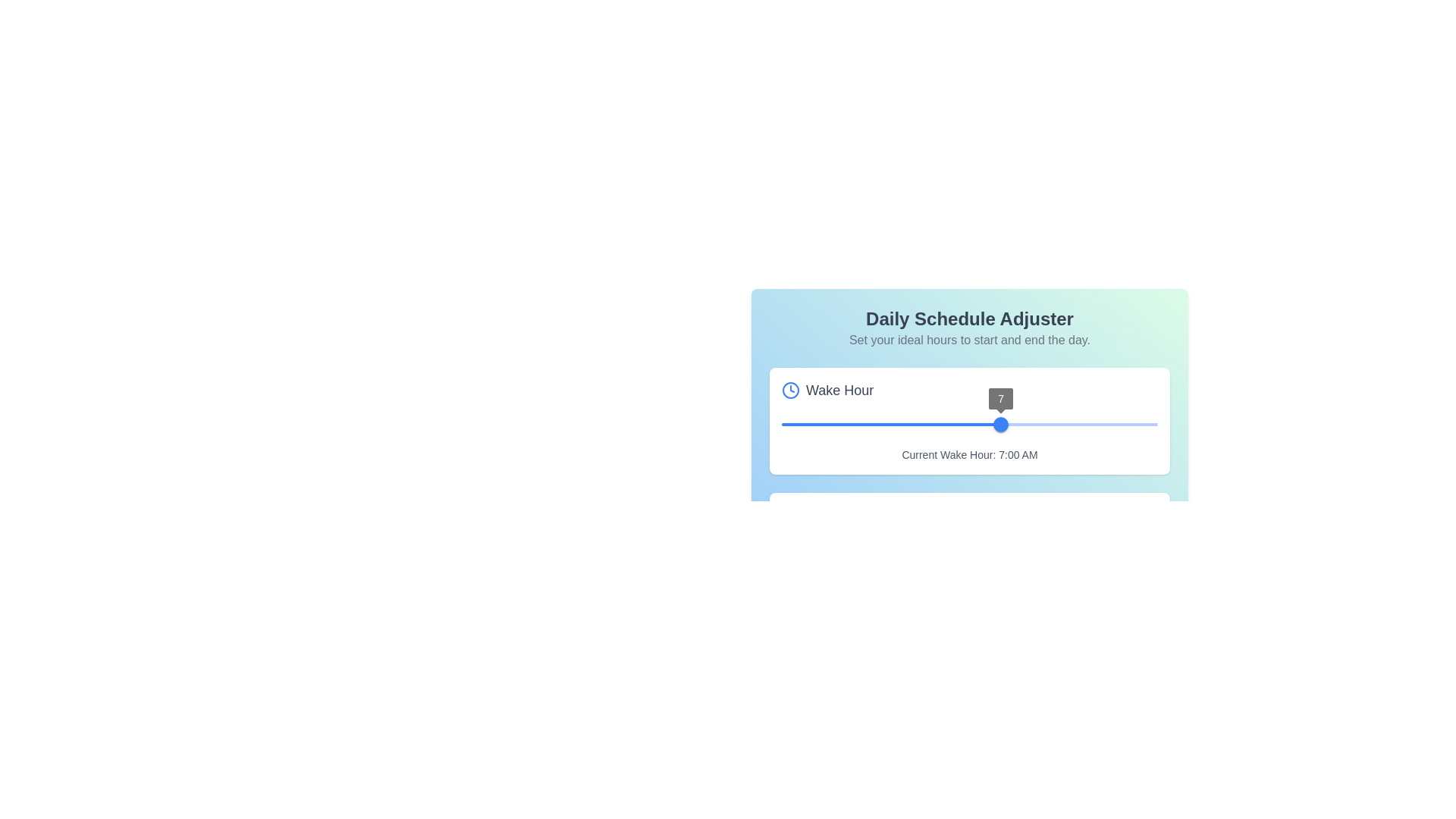 The height and width of the screenshot is (819, 1456). Describe the element at coordinates (968, 550) in the screenshot. I see `the thumb of the blue slider widget displaying the value '7'` at that location.